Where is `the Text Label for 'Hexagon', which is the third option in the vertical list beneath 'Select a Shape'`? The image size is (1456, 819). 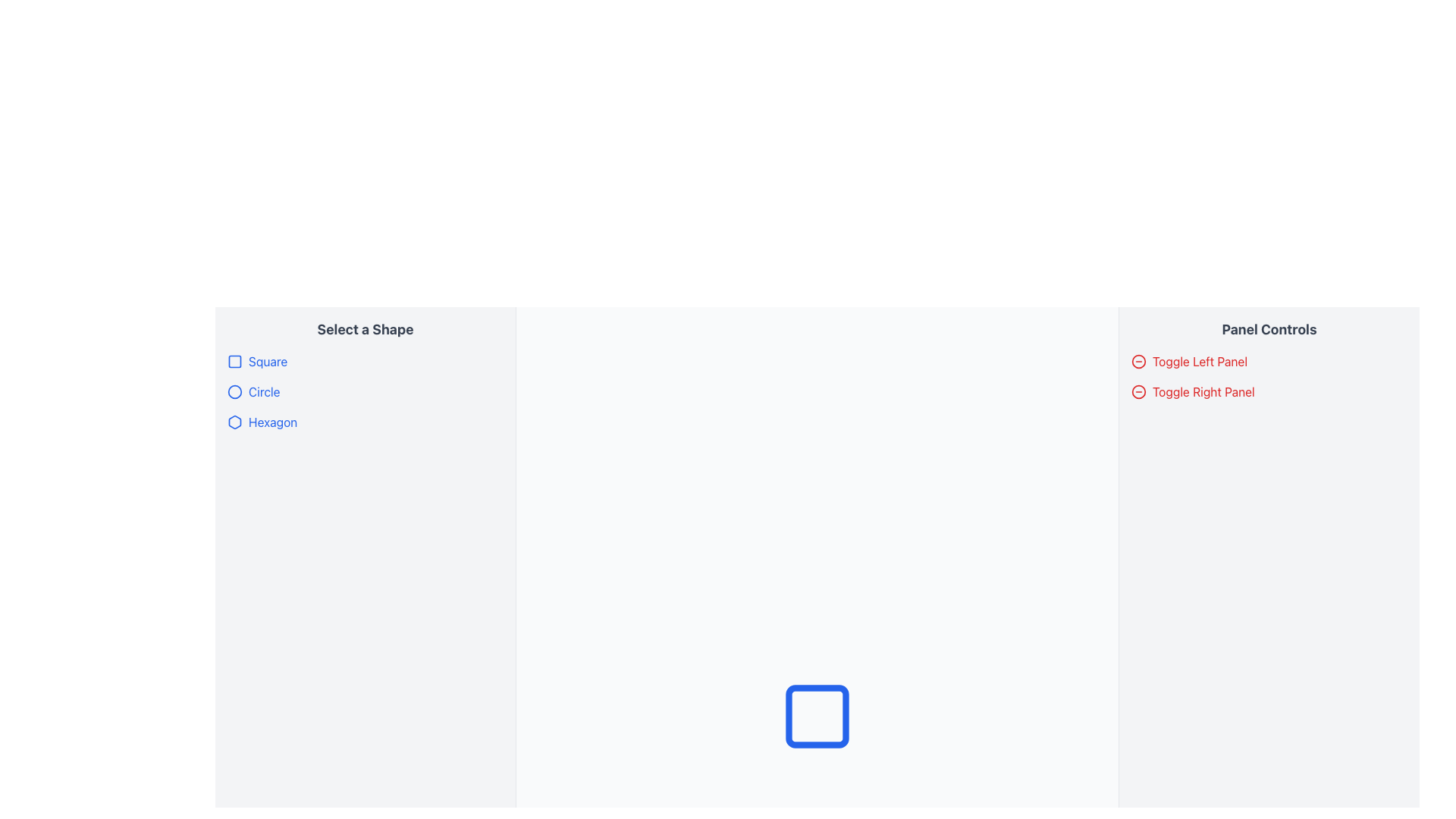 the Text Label for 'Hexagon', which is the third option in the vertical list beneath 'Select a Shape' is located at coordinates (273, 422).